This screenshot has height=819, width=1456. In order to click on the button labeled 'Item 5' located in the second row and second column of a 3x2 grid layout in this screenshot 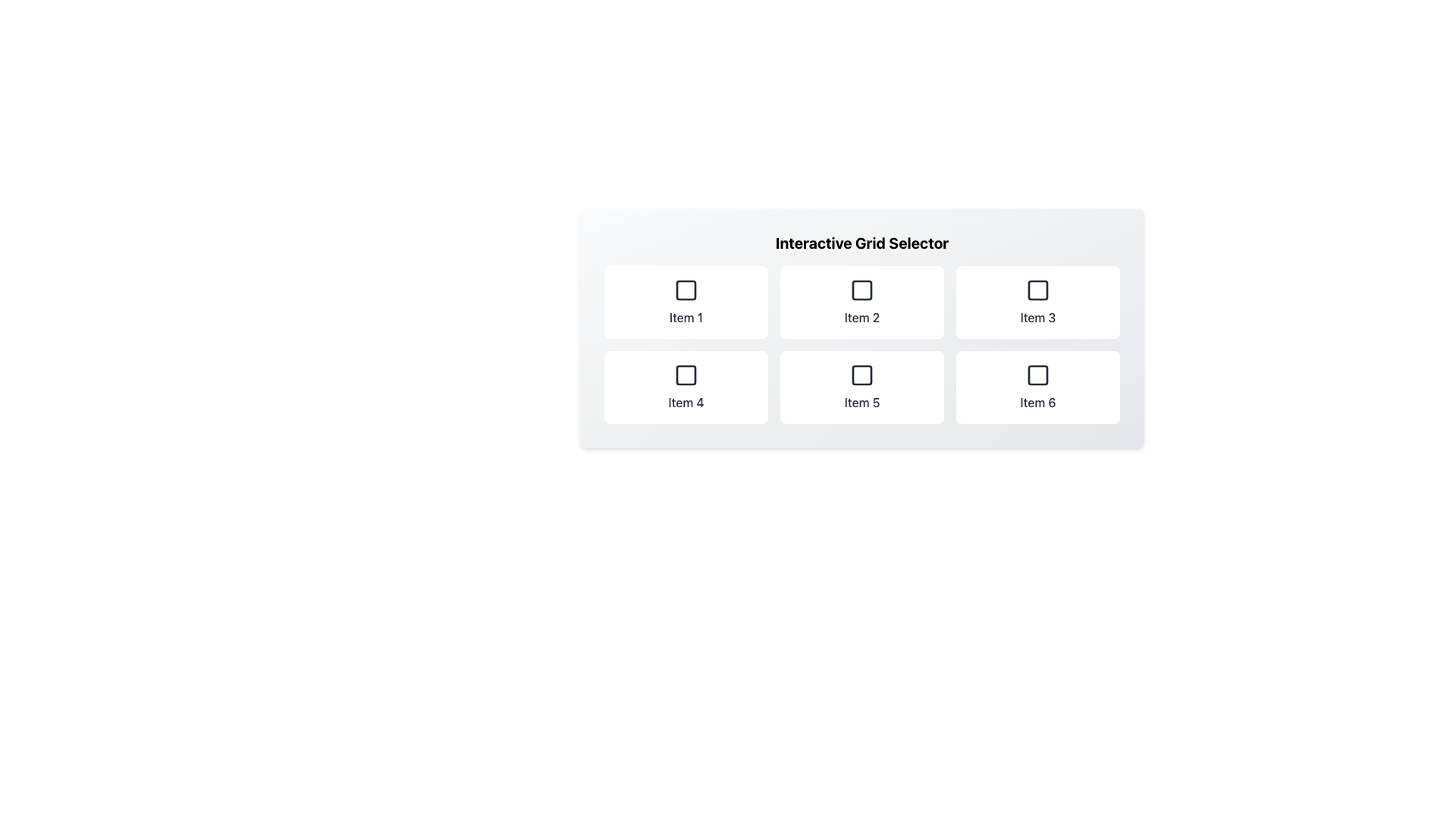, I will do `click(862, 386)`.